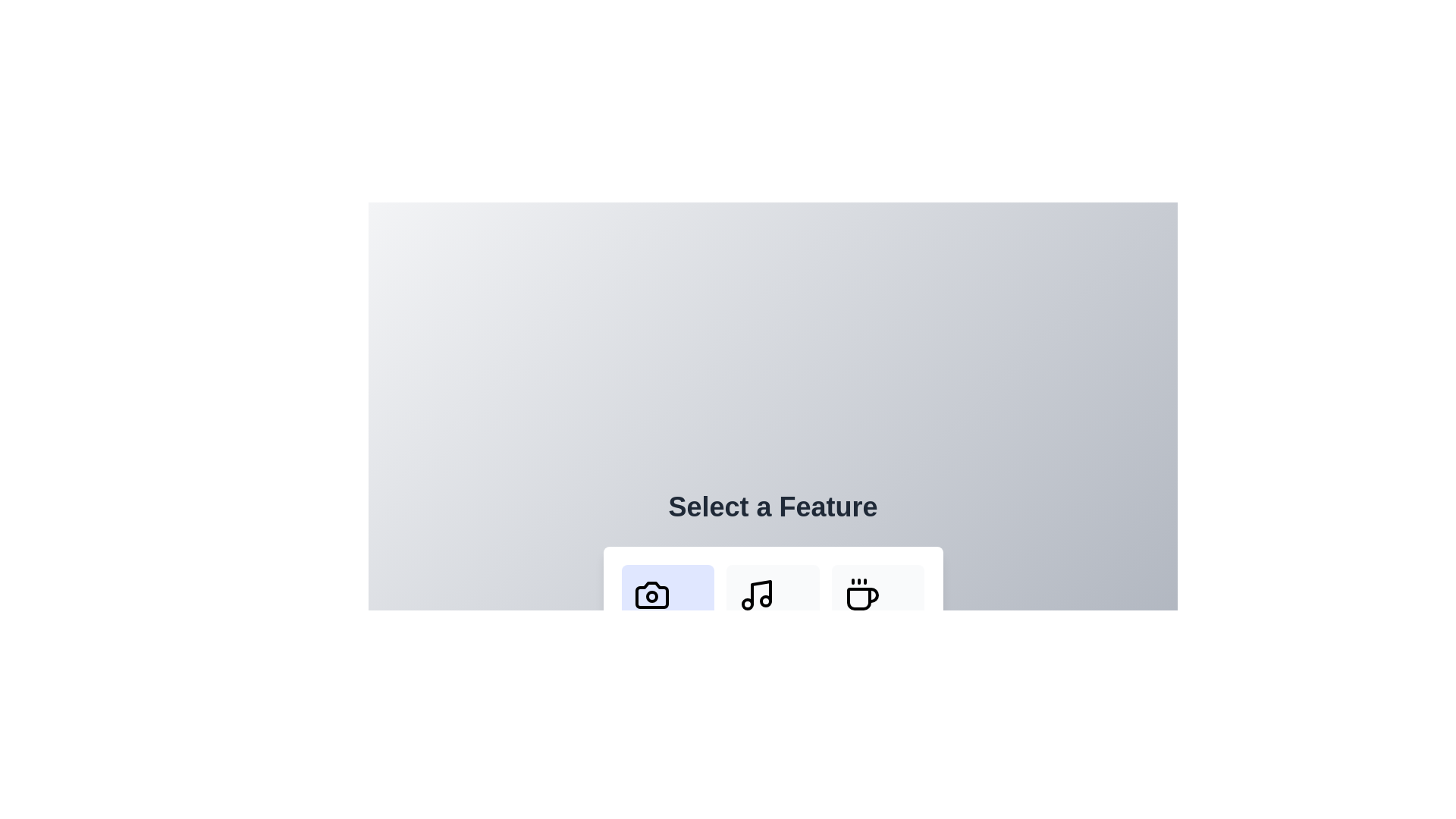 This screenshot has width=1456, height=819. What do you see at coordinates (861, 595) in the screenshot?
I see `the coffee cup icon with steam lines above it, located in the 'Select a Feature' panel as the third icon from the left` at bounding box center [861, 595].